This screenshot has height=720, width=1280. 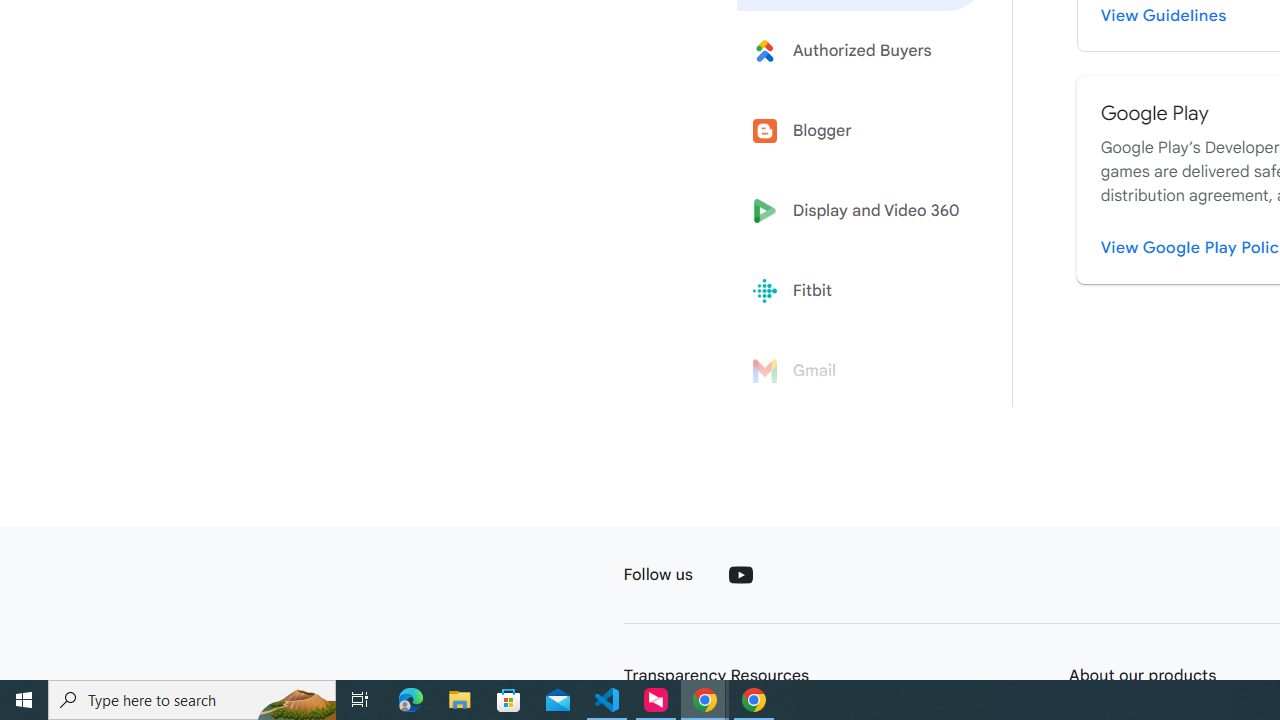 What do you see at coordinates (862, 291) in the screenshot?
I see `'Fitbit'` at bounding box center [862, 291].